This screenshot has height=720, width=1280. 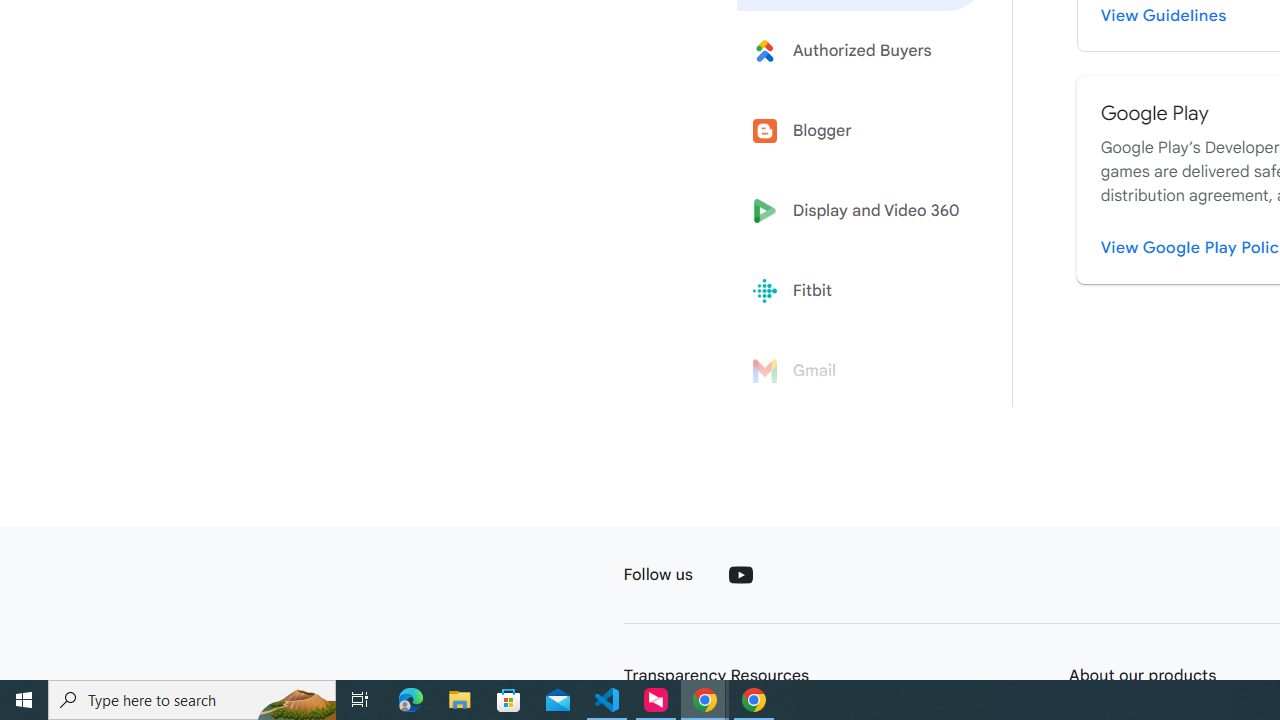 What do you see at coordinates (862, 291) in the screenshot?
I see `'Fitbit'` at bounding box center [862, 291].